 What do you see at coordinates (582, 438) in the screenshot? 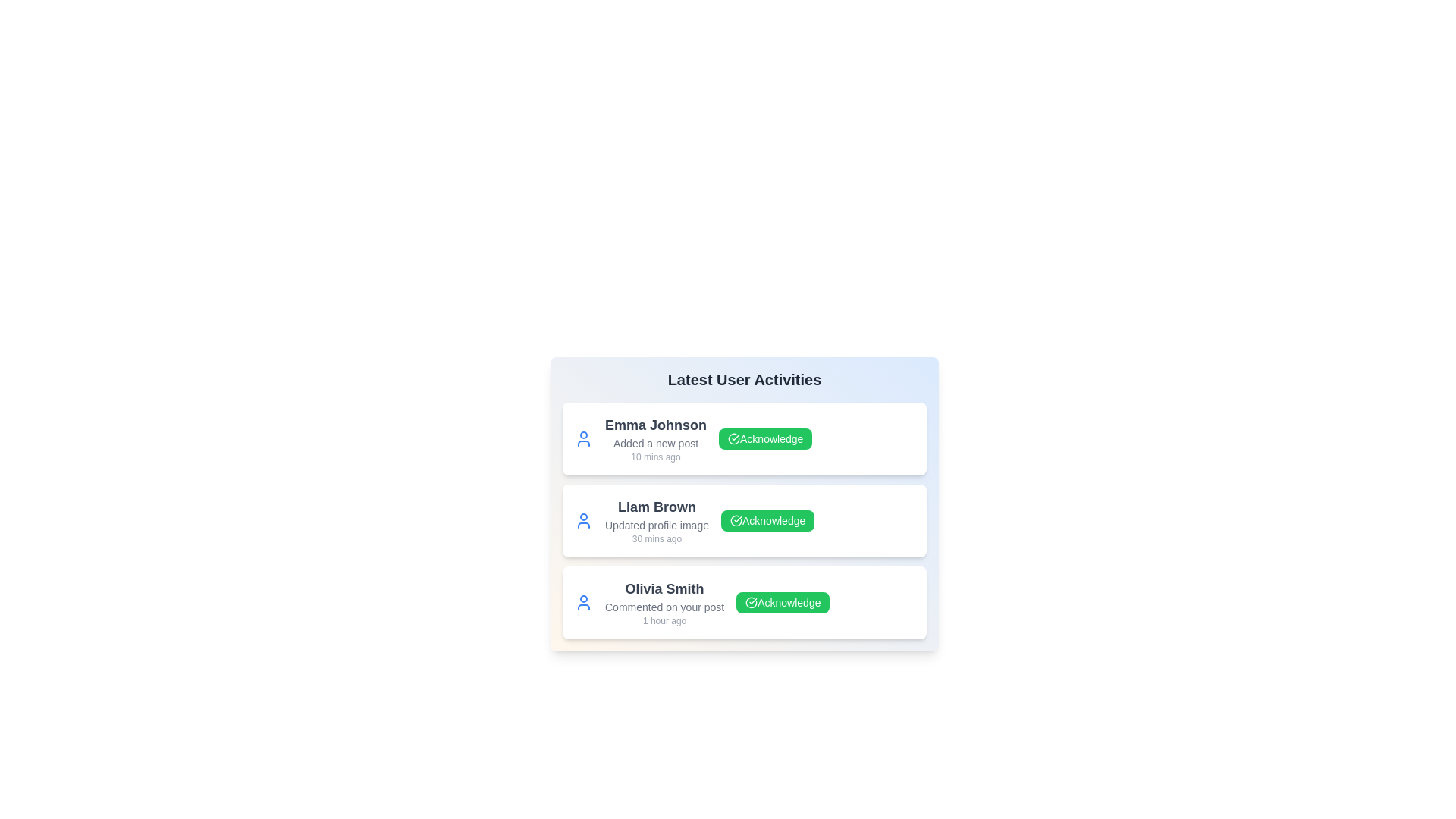
I see `the profile icon of Emma Johnson` at bounding box center [582, 438].